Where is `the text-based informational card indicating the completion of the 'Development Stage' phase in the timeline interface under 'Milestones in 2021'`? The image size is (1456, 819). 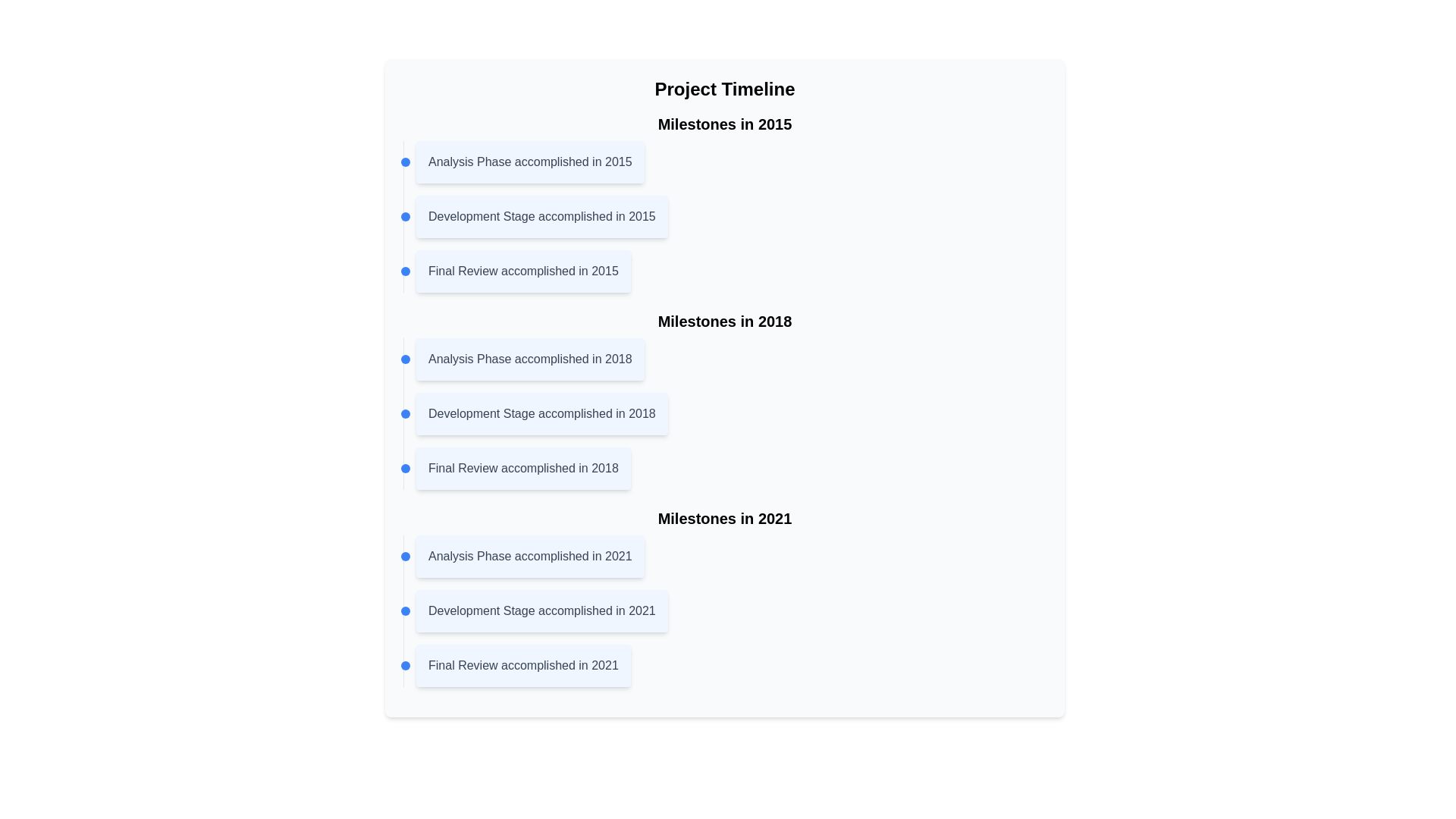
the text-based informational card indicating the completion of the 'Development Stage' phase in the timeline interface under 'Milestones in 2021' is located at coordinates (541, 610).